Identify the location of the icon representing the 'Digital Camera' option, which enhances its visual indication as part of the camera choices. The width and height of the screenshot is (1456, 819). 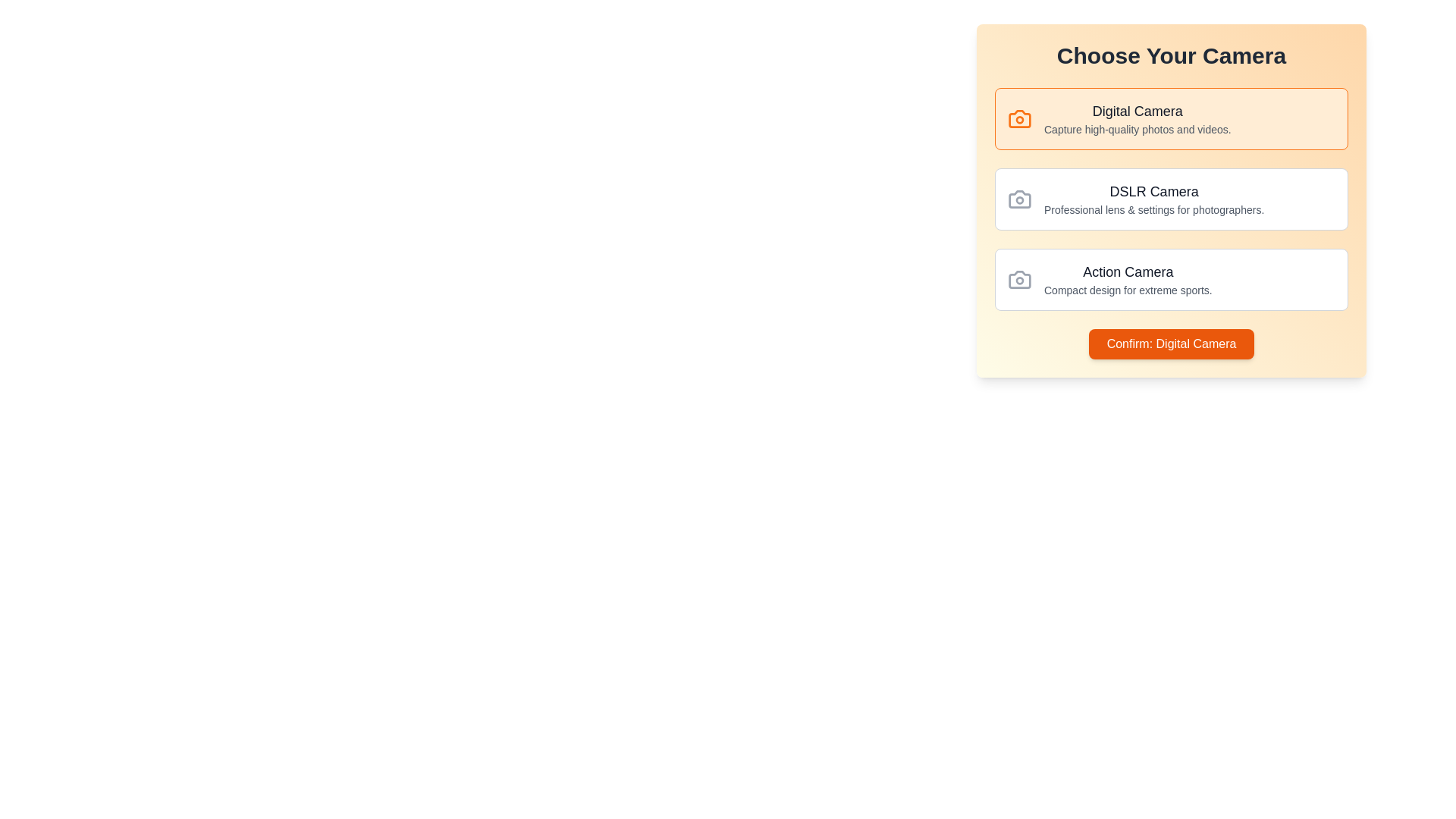
(1019, 118).